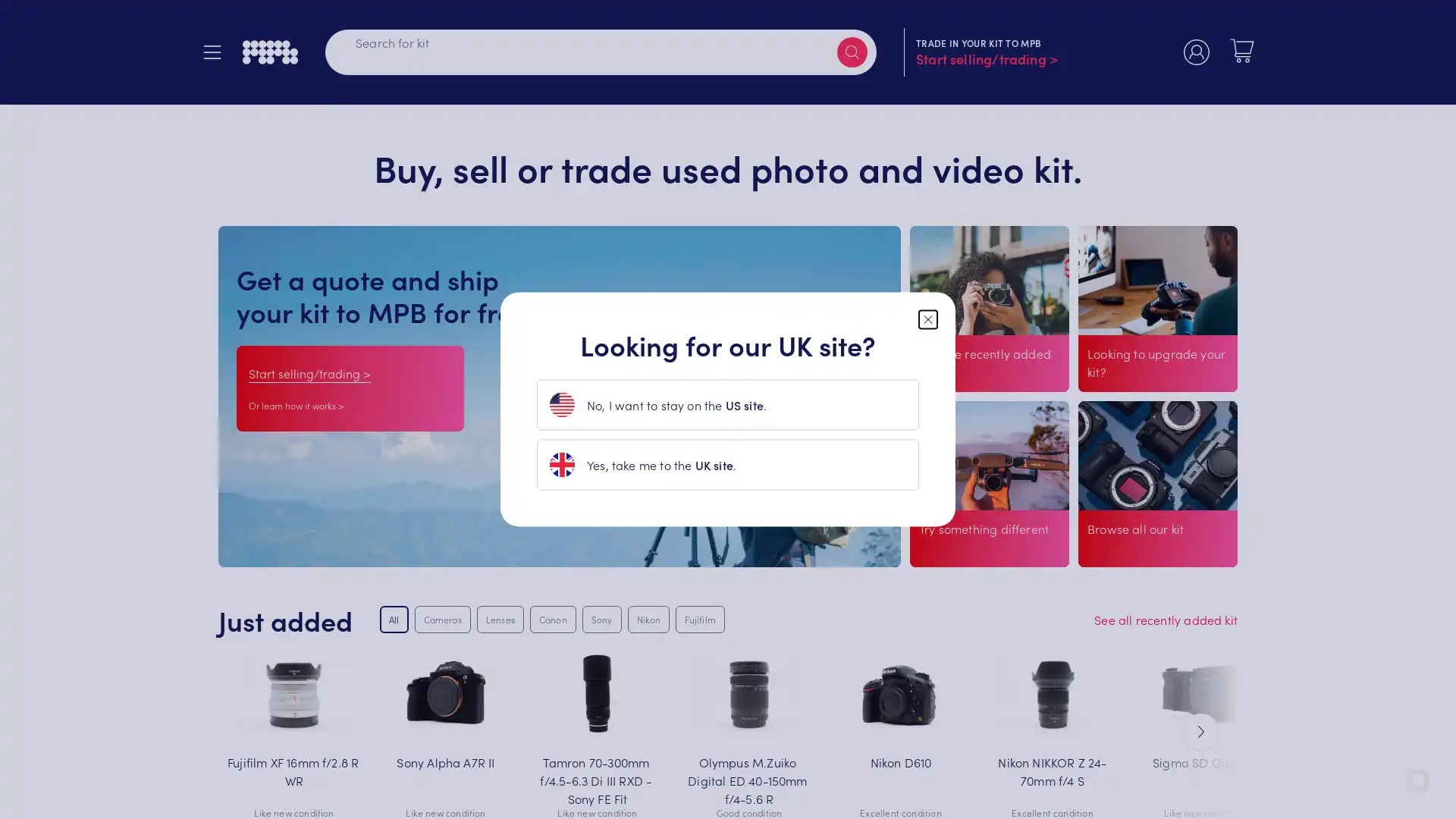 This screenshot has height=819, width=1456. What do you see at coordinates (962, 551) in the screenshot?
I see `View kit guides` at bounding box center [962, 551].